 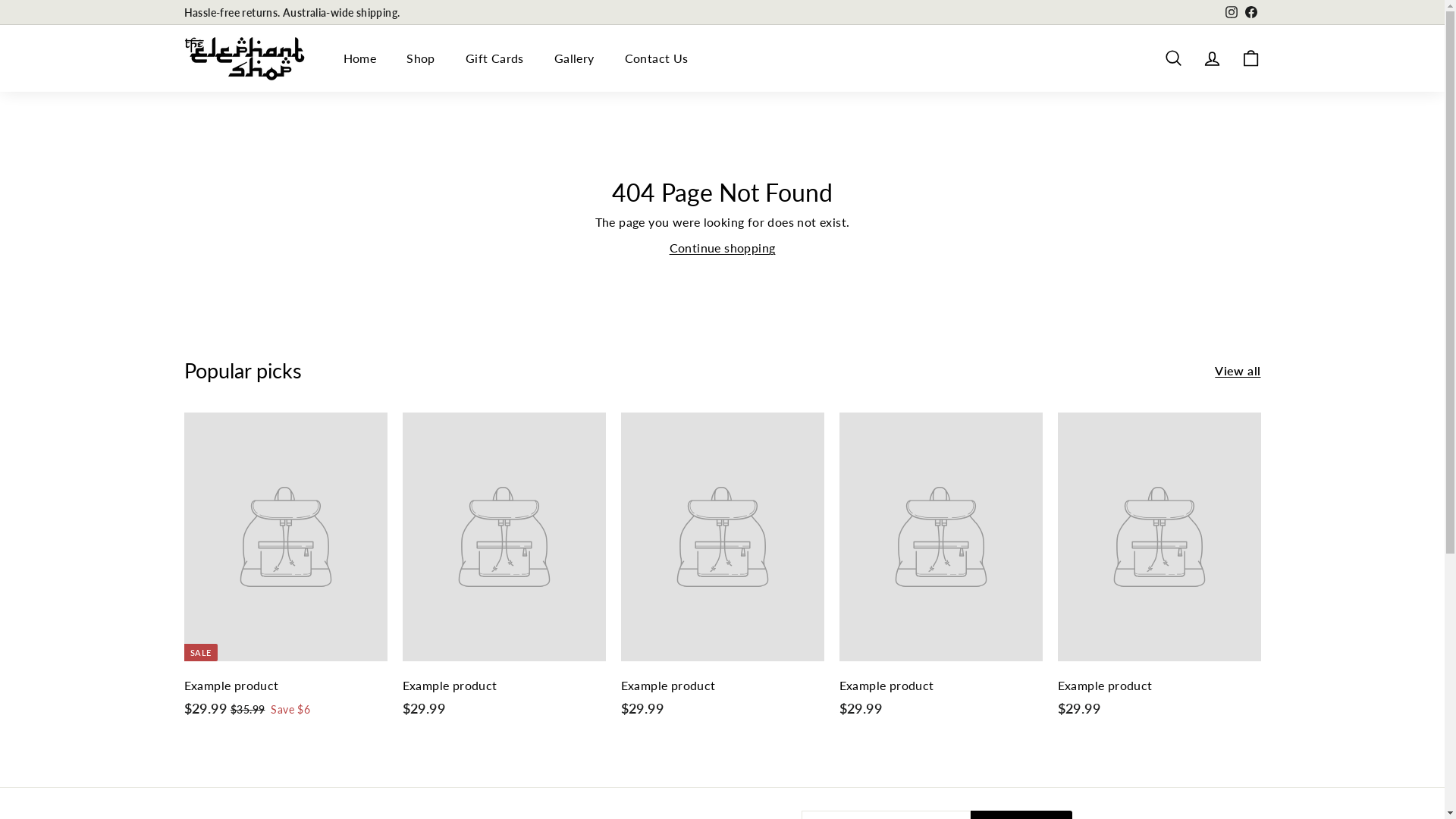 I want to click on 'Example product, so click(x=503, y=573).